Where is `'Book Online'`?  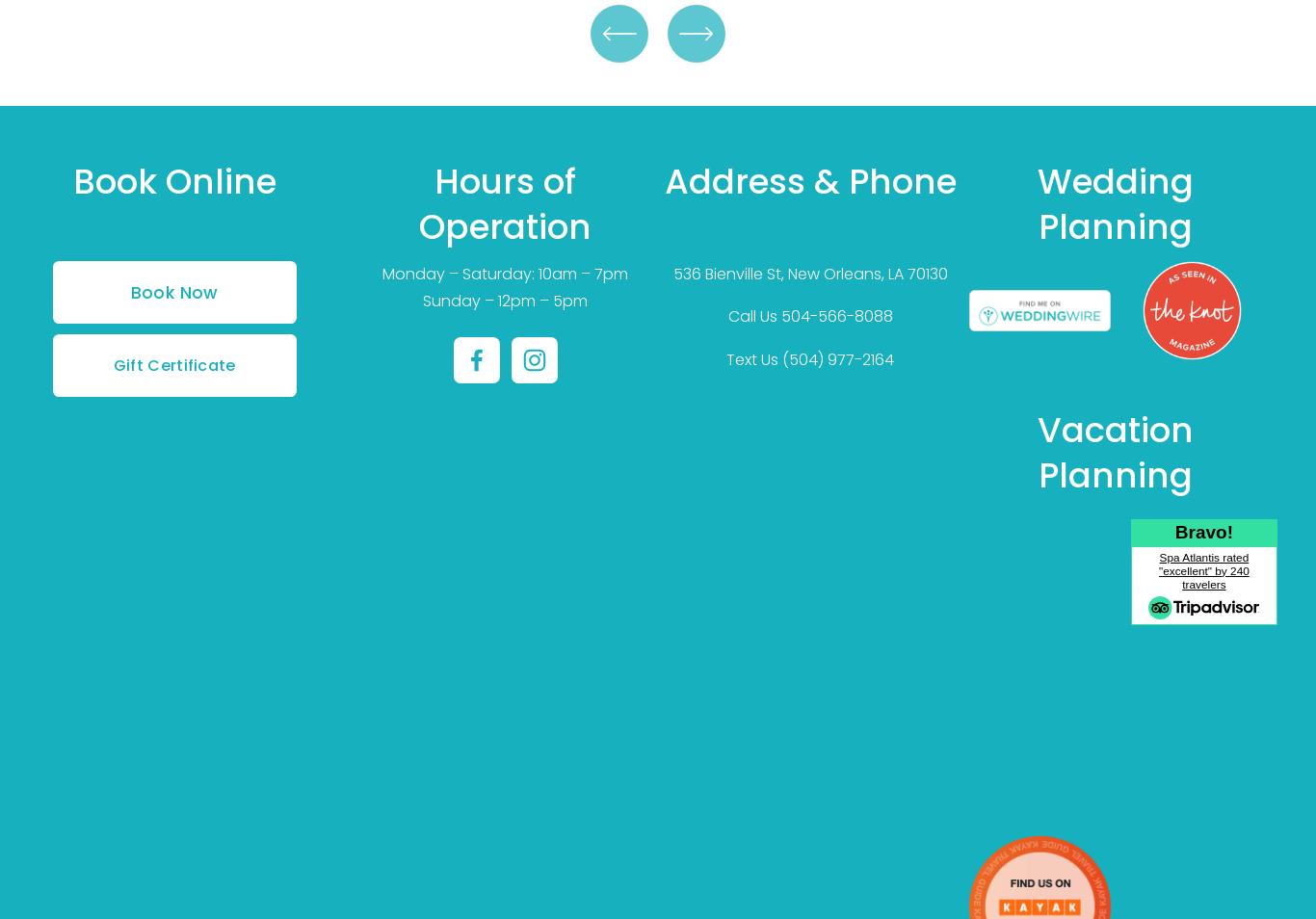
'Book Online' is located at coordinates (172, 179).